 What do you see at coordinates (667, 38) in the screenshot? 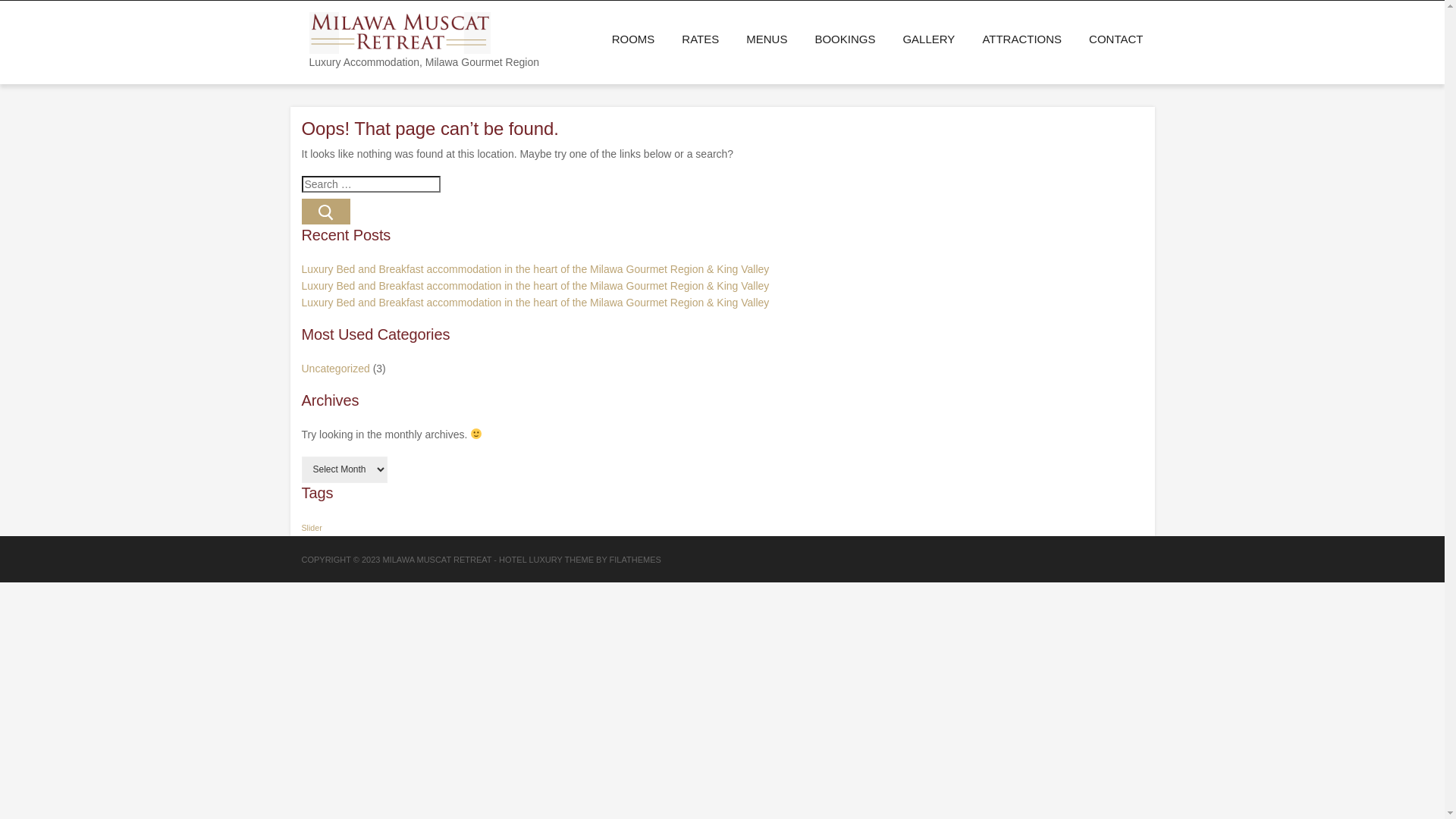
I see `'RATES'` at bounding box center [667, 38].